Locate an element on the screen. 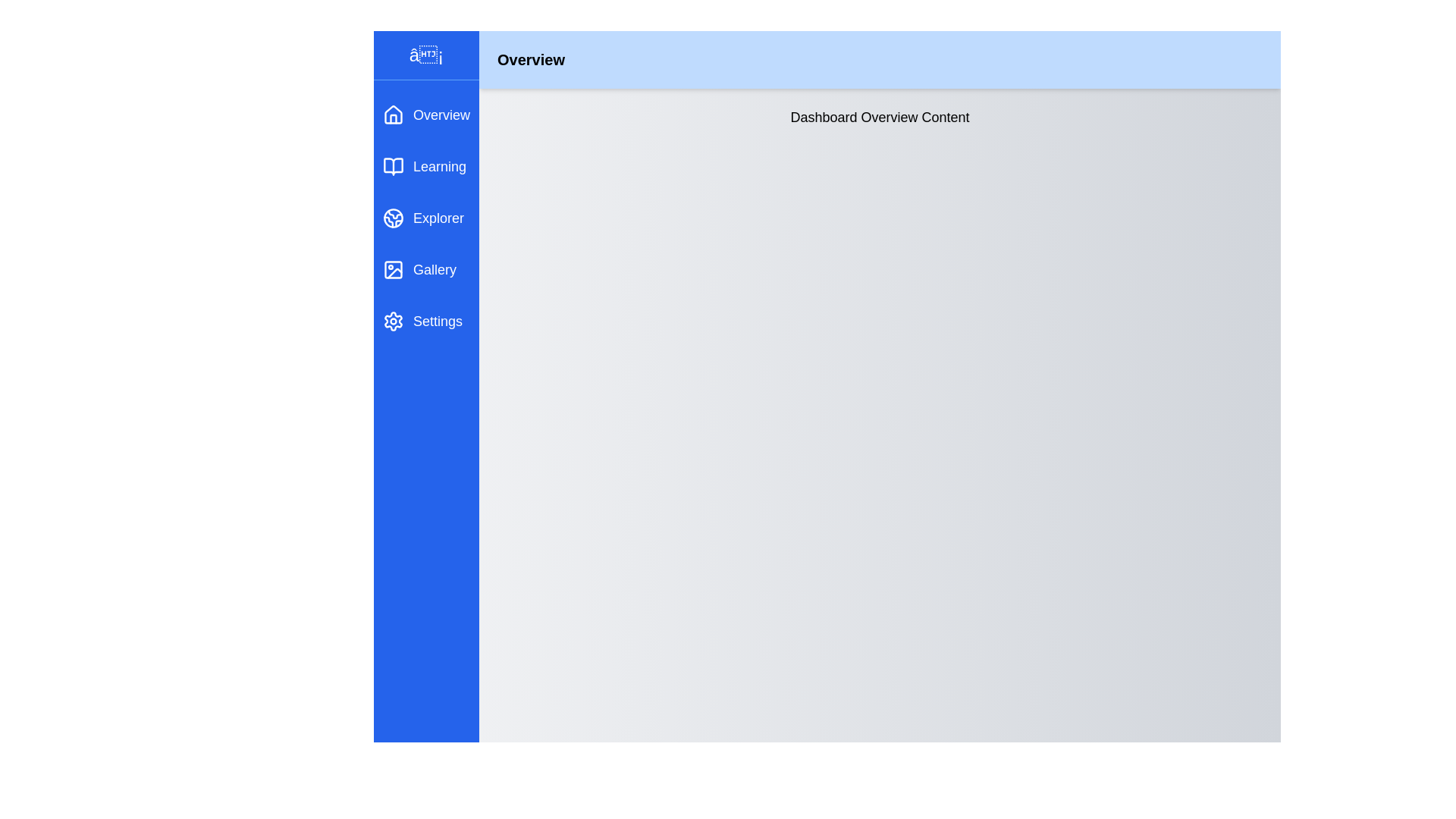  the first navigation icon in the vertical list on the left-side navigation bar is located at coordinates (393, 114).